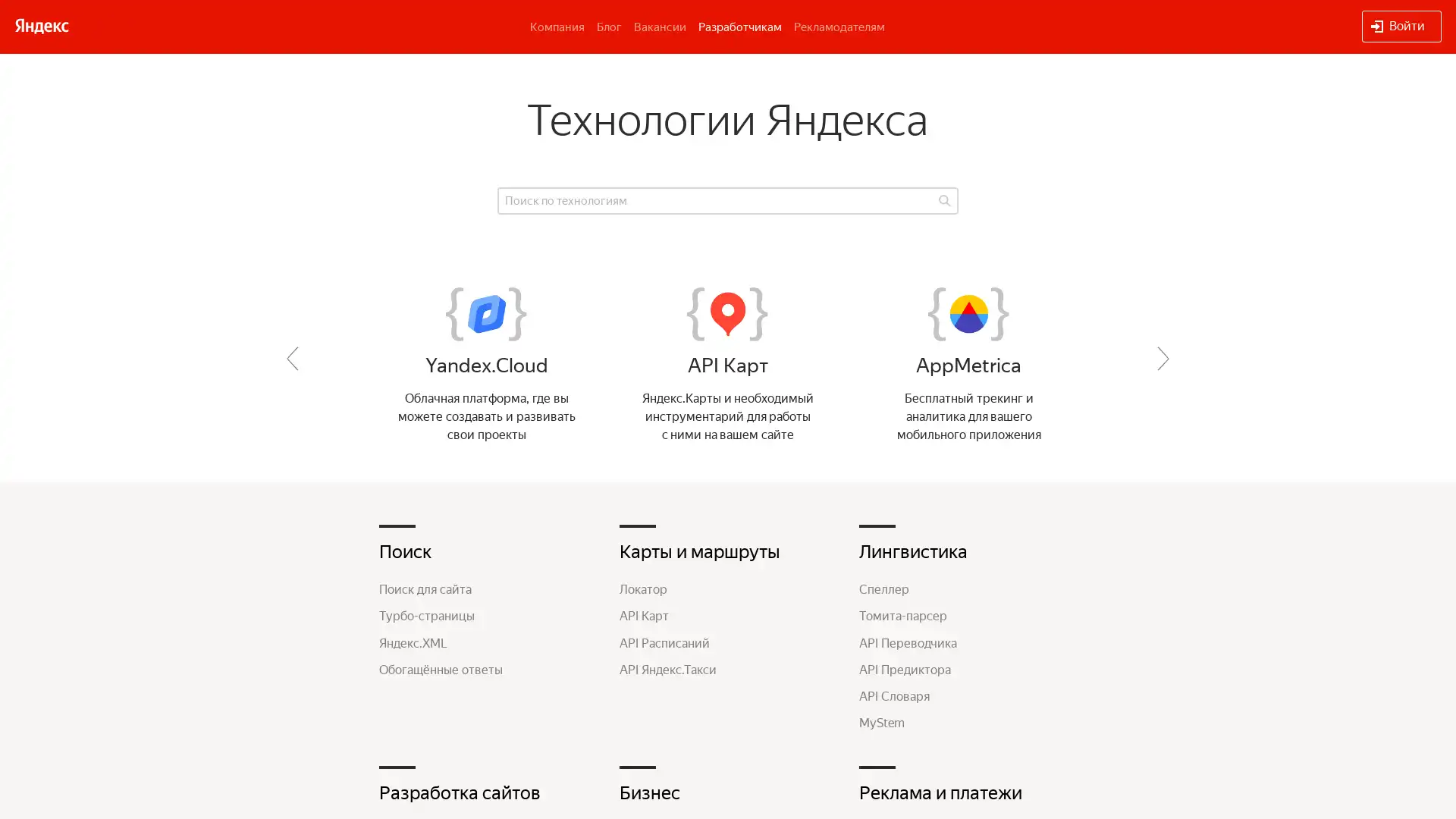  Describe the element at coordinates (292, 359) in the screenshot. I see `Previous slide` at that location.